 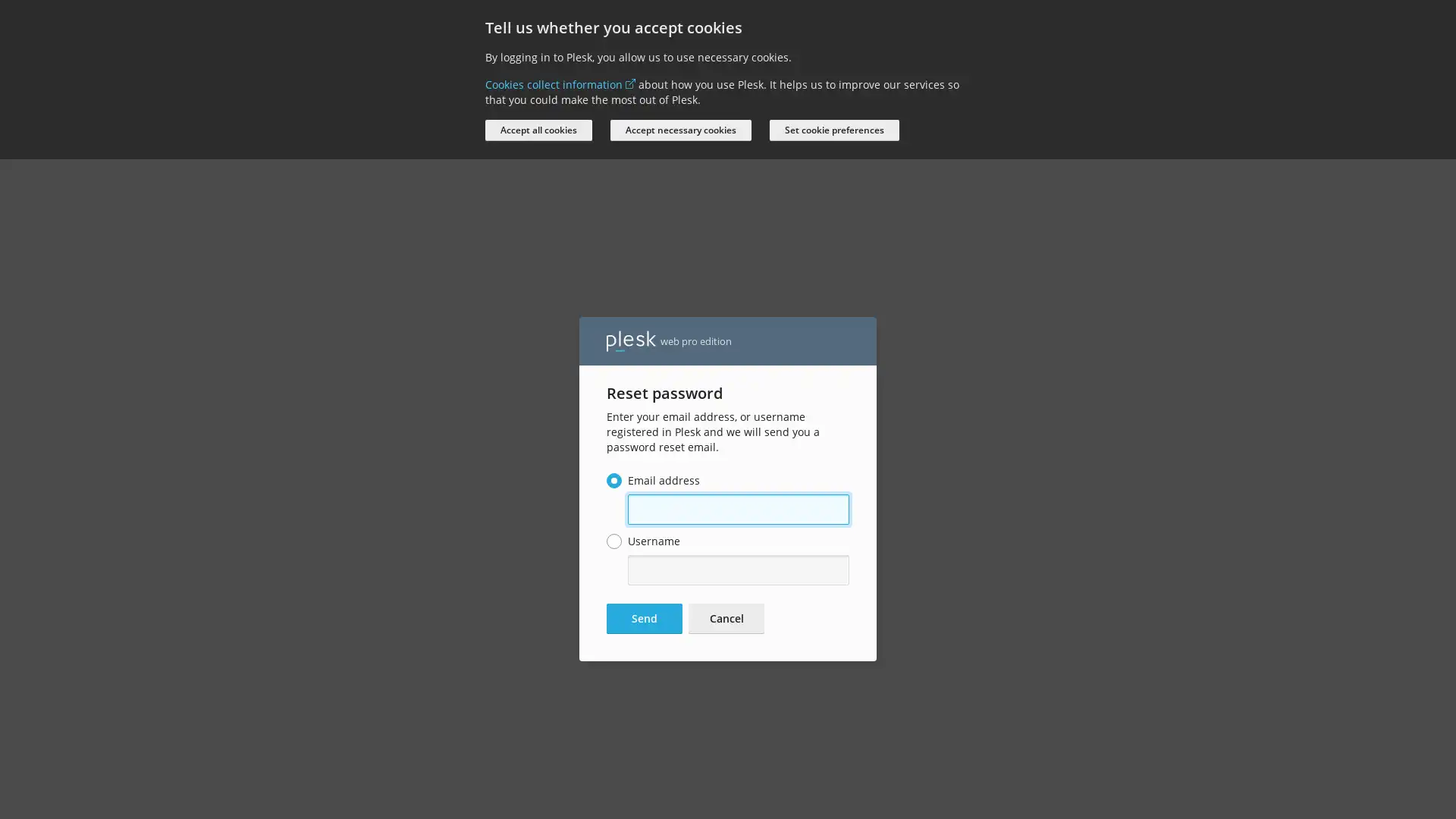 I want to click on Accept necessary cookies, so click(x=679, y=130).